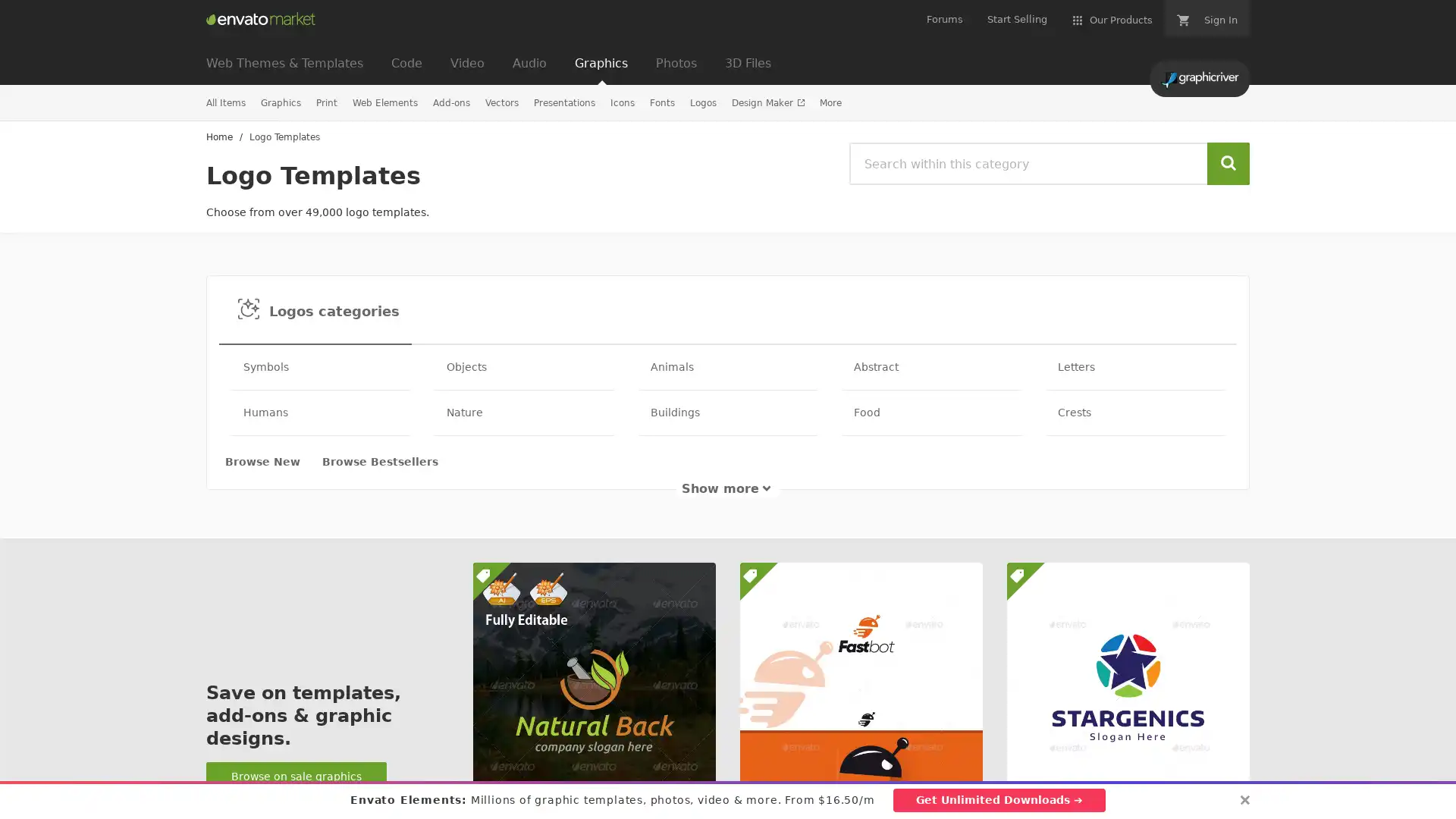 The width and height of the screenshot is (1456, 819). What do you see at coordinates (1189, 783) in the screenshot?
I see `Add to collection` at bounding box center [1189, 783].